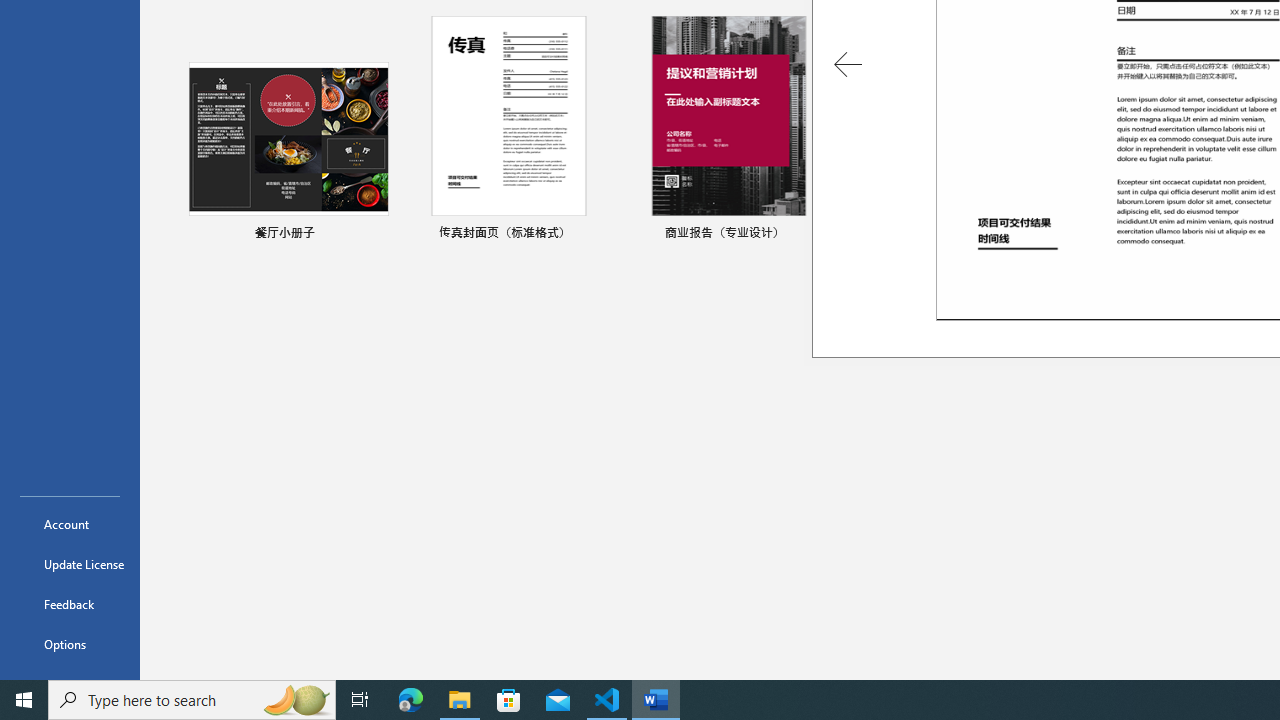  What do you see at coordinates (69, 564) in the screenshot?
I see `'Update License'` at bounding box center [69, 564].